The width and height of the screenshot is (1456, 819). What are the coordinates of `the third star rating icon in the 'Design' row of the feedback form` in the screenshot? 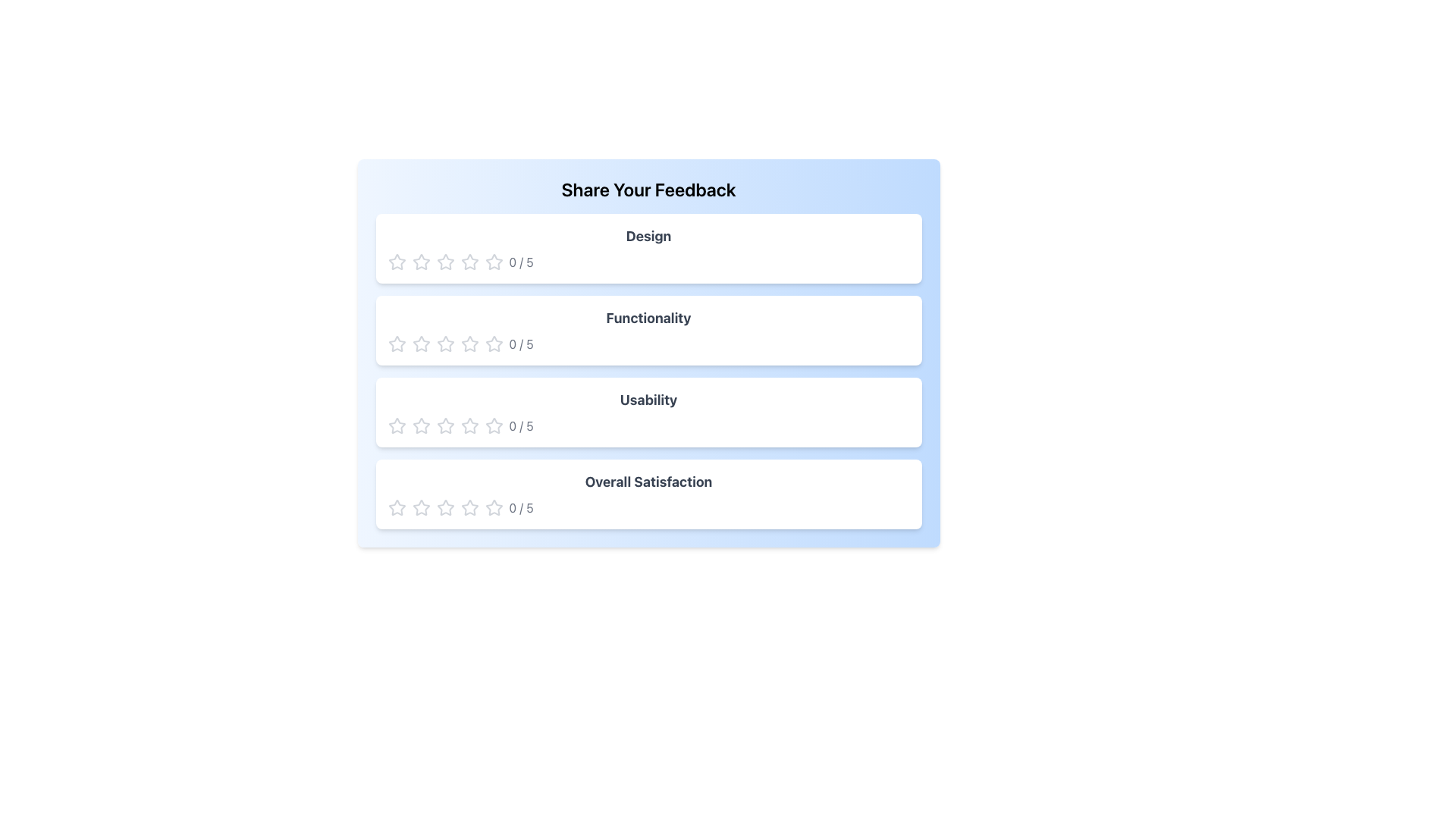 It's located at (494, 261).